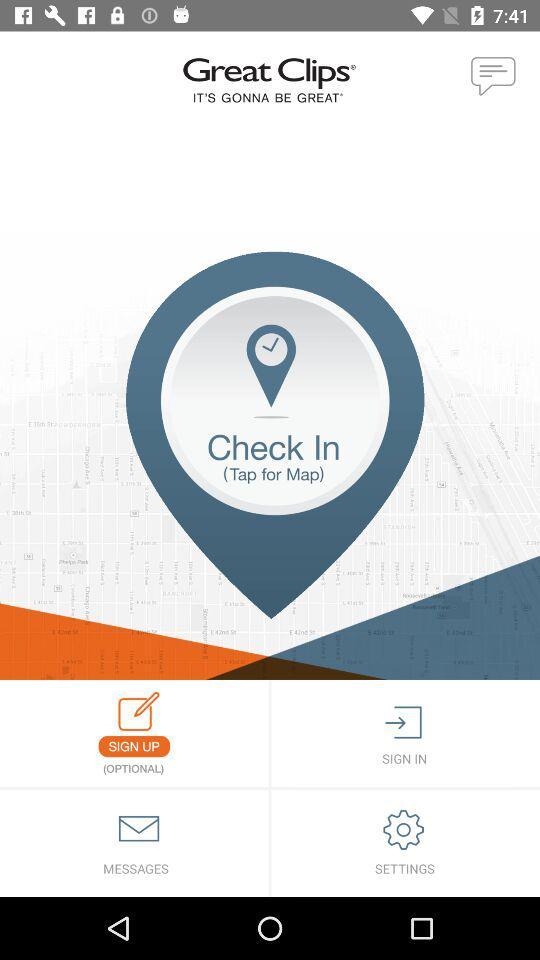 The width and height of the screenshot is (540, 960). Describe the element at coordinates (405, 842) in the screenshot. I see `settings` at that location.